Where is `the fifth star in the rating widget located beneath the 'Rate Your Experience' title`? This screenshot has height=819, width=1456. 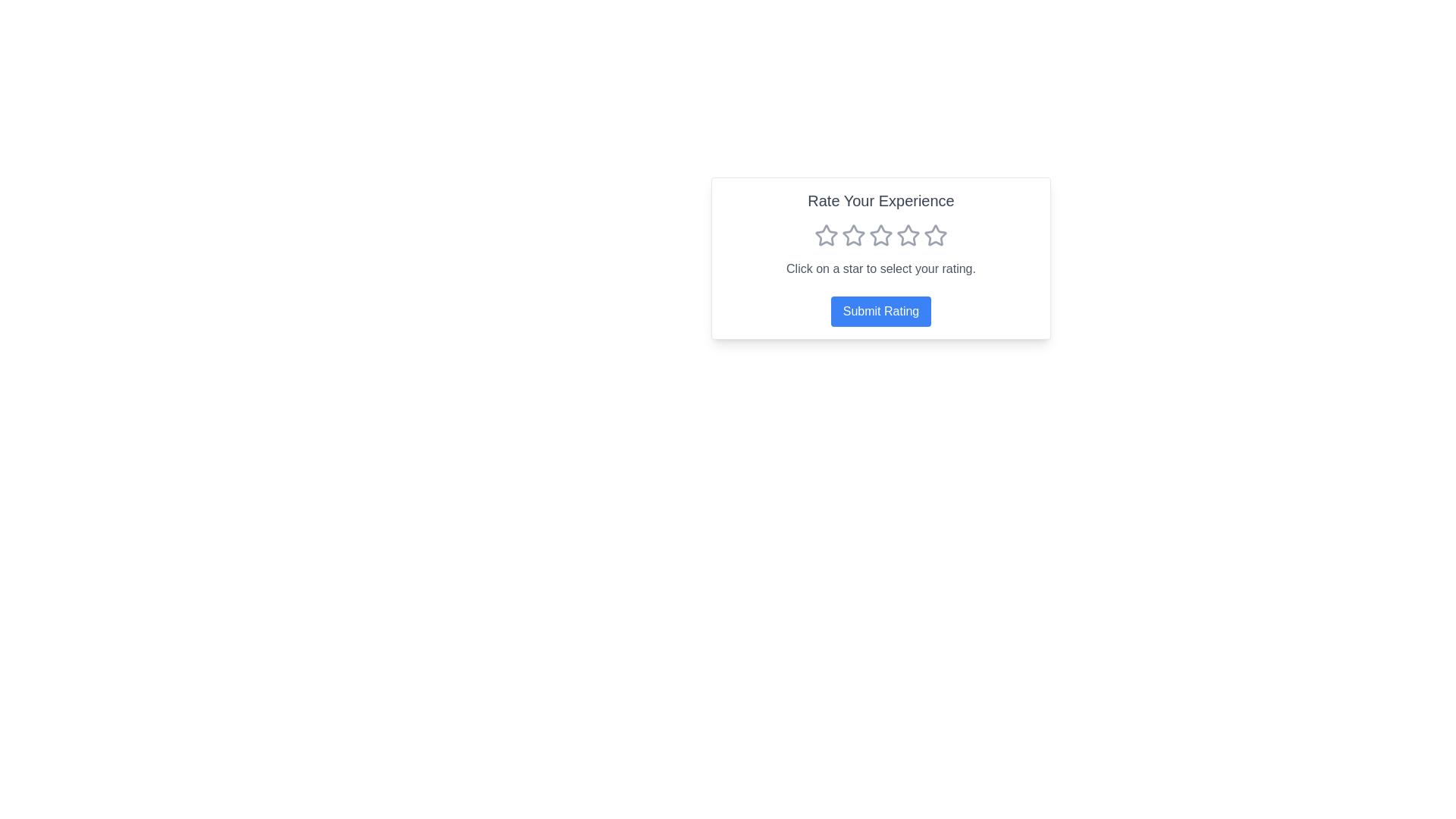 the fifth star in the rating widget located beneath the 'Rate Your Experience' title is located at coordinates (934, 235).